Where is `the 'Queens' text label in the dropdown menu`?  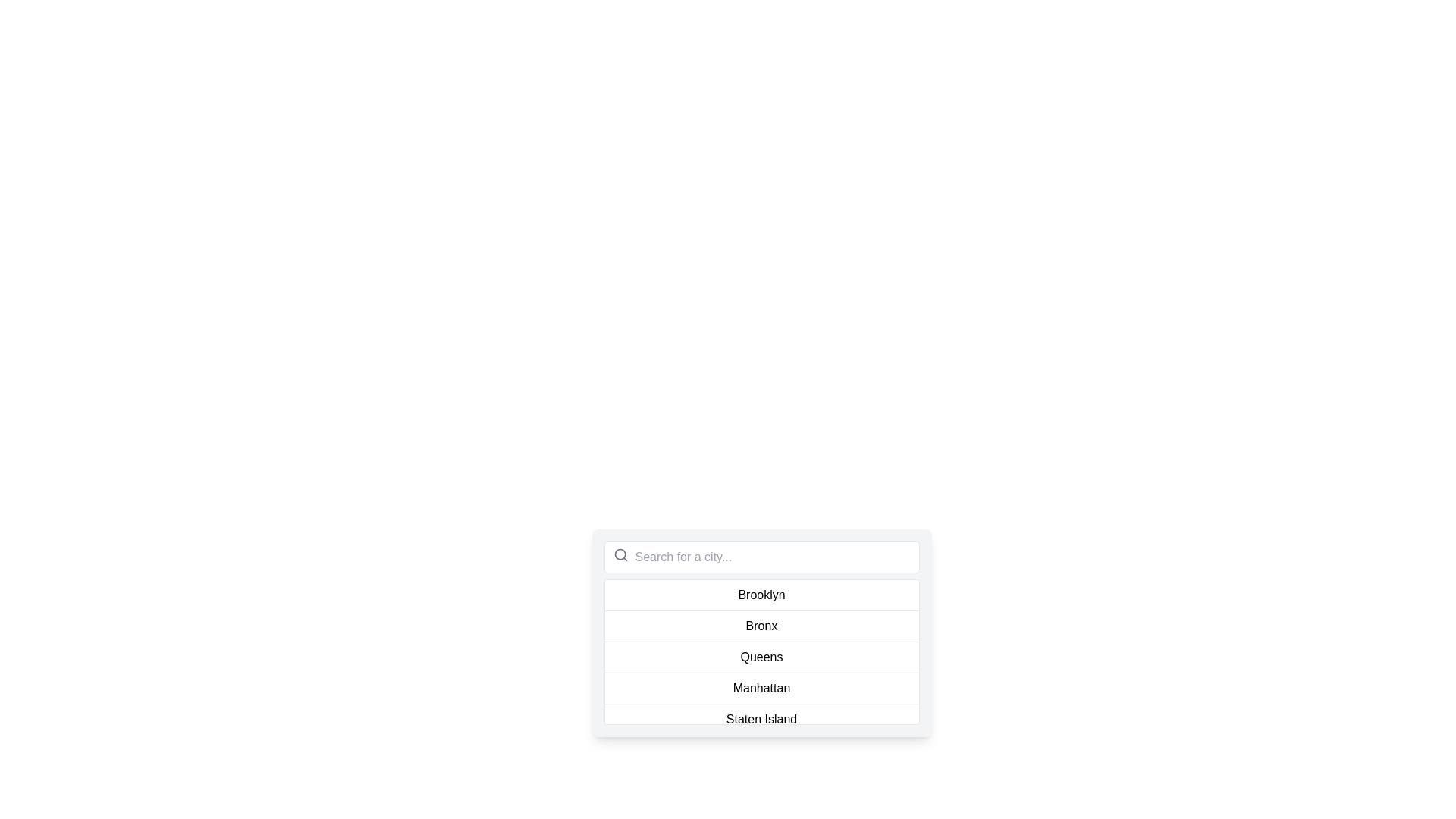 the 'Queens' text label in the dropdown menu is located at coordinates (761, 656).